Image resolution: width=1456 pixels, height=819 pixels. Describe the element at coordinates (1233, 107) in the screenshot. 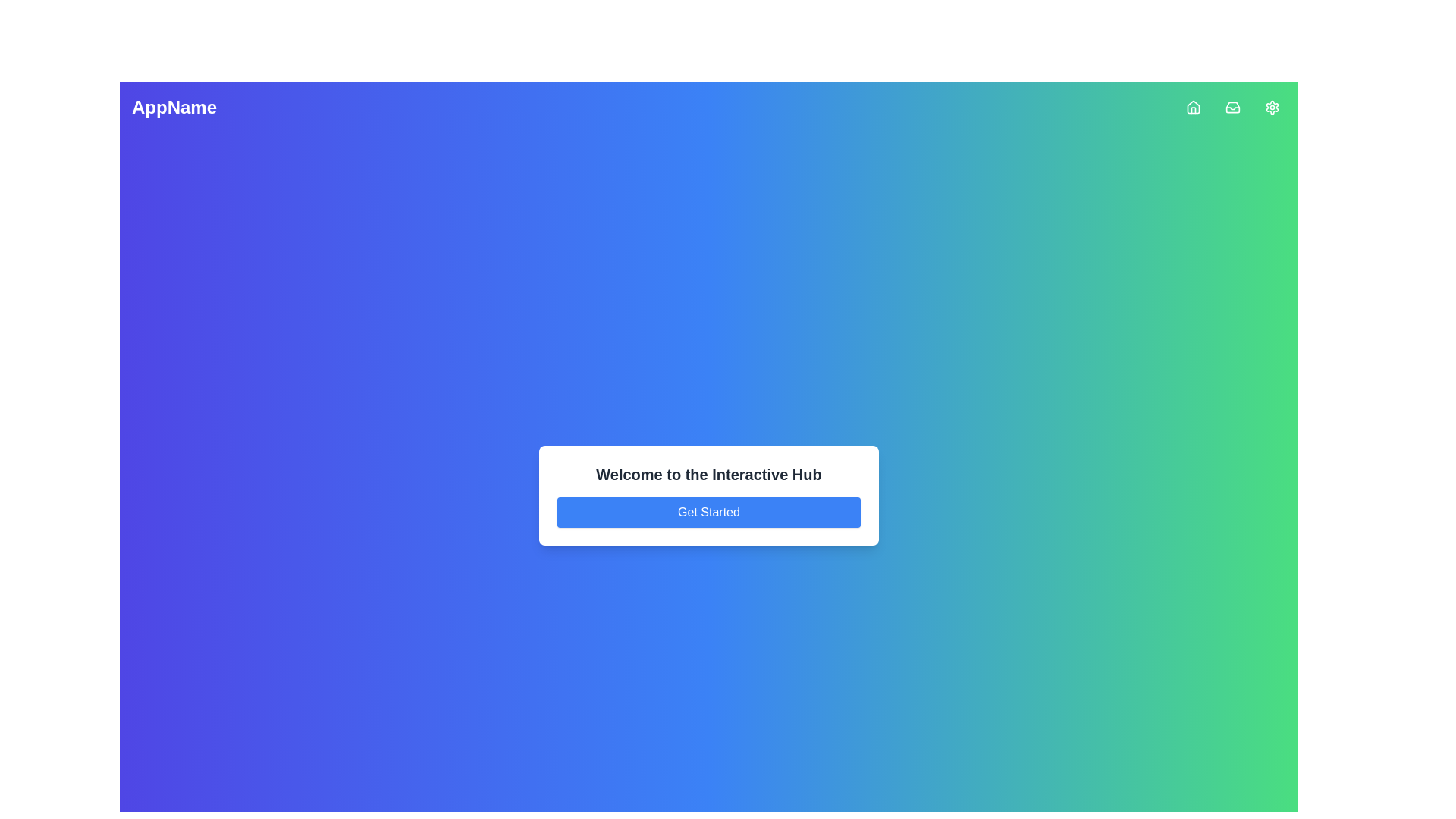

I see `the inbox tray icon located in the top-right corner of the interface` at that location.